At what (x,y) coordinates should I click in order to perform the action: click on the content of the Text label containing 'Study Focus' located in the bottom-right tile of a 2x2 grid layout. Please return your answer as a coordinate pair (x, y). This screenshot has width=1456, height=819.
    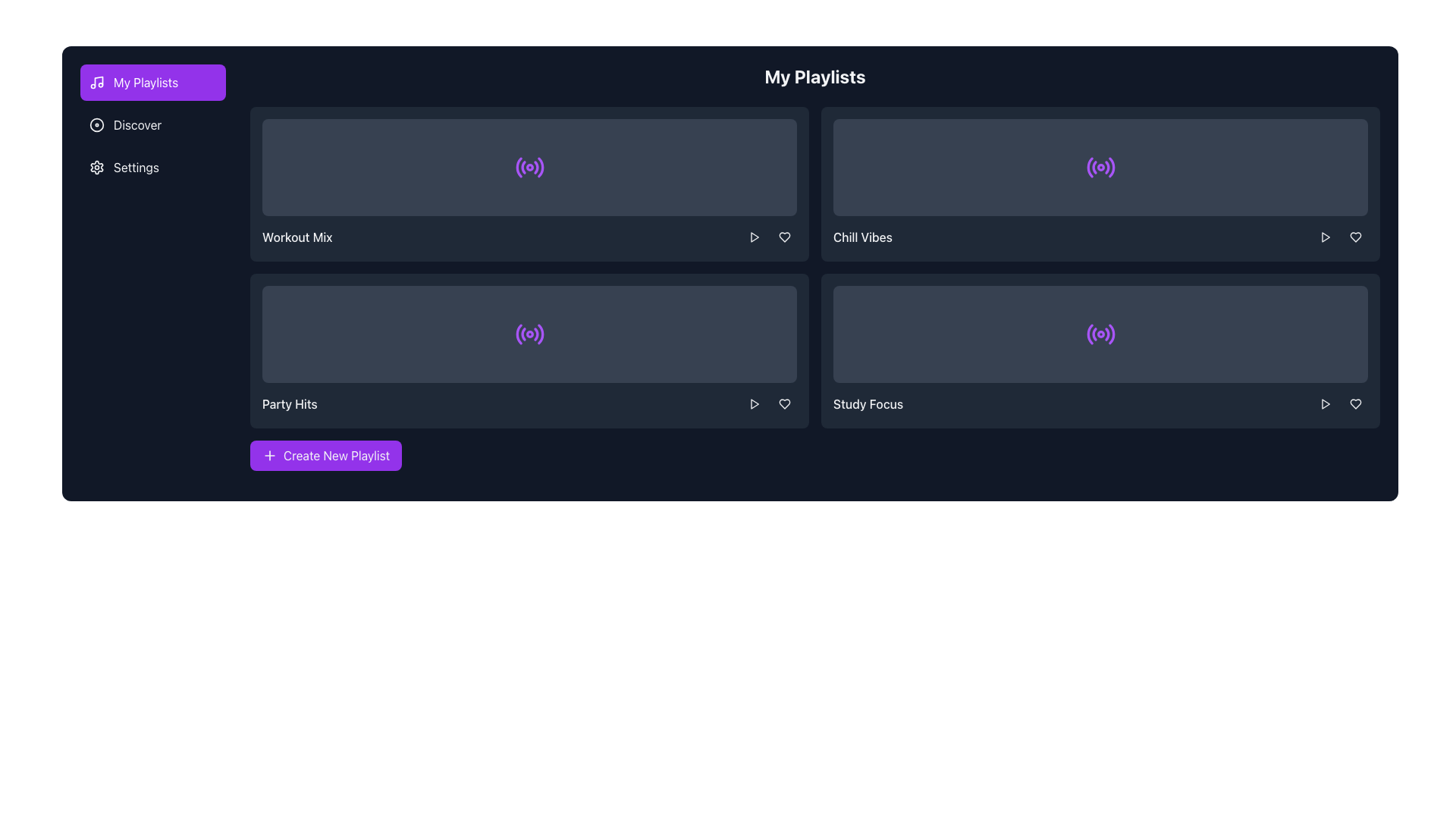
    Looking at the image, I should click on (868, 403).